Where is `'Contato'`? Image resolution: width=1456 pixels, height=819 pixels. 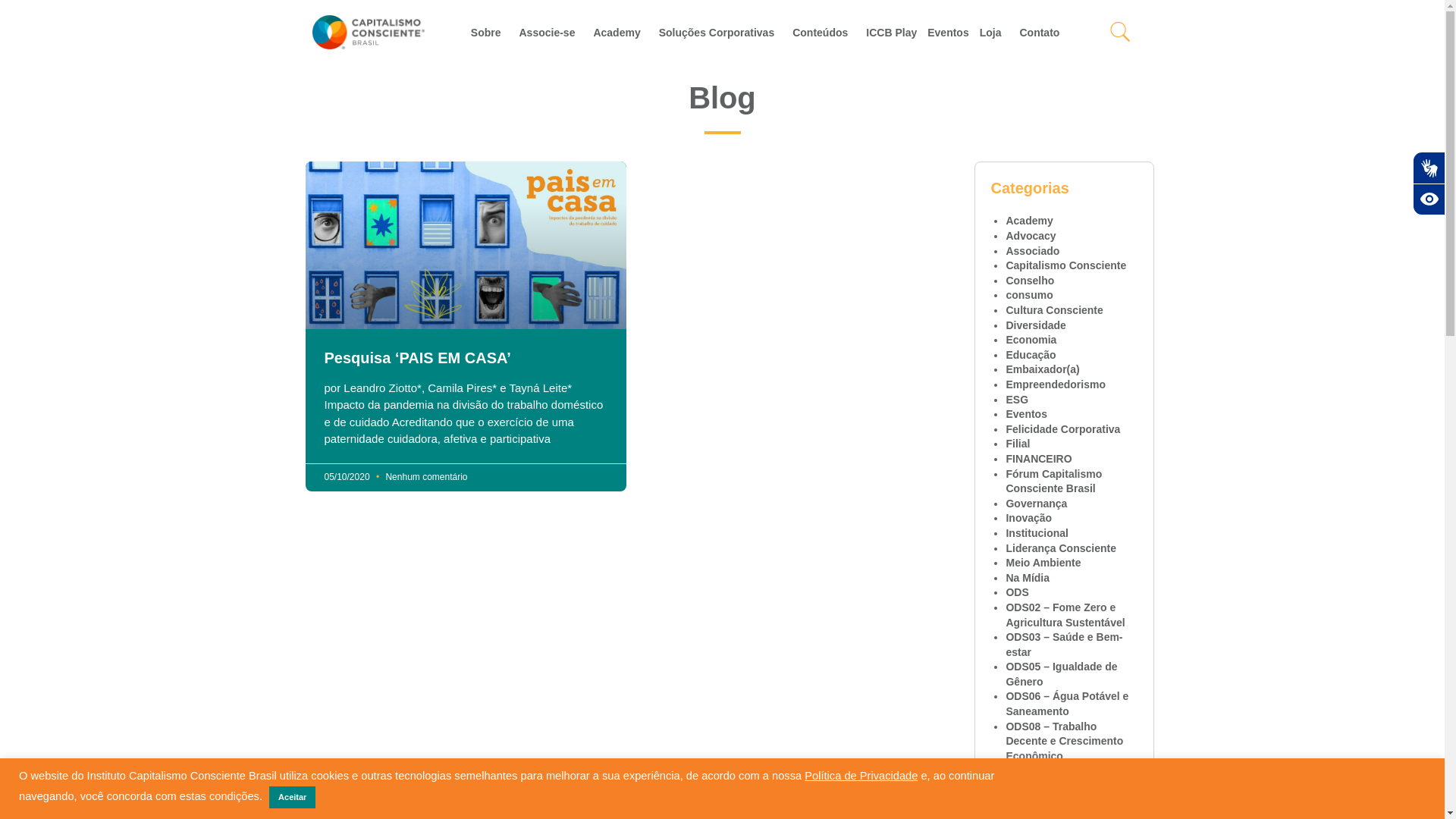
'Contato' is located at coordinates (1042, 32).